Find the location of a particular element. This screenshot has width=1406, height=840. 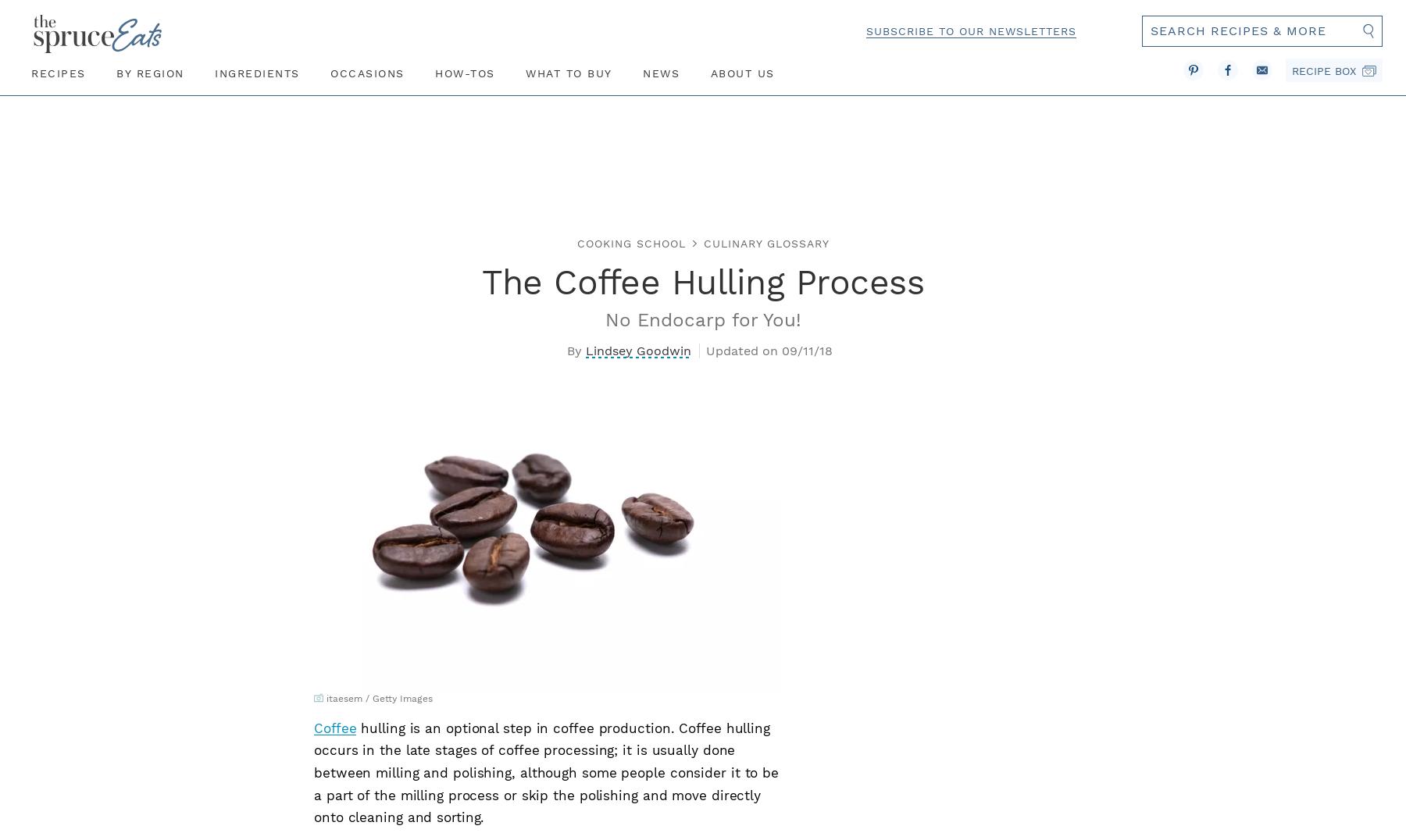

'Updated on 09/11/18' is located at coordinates (768, 350).